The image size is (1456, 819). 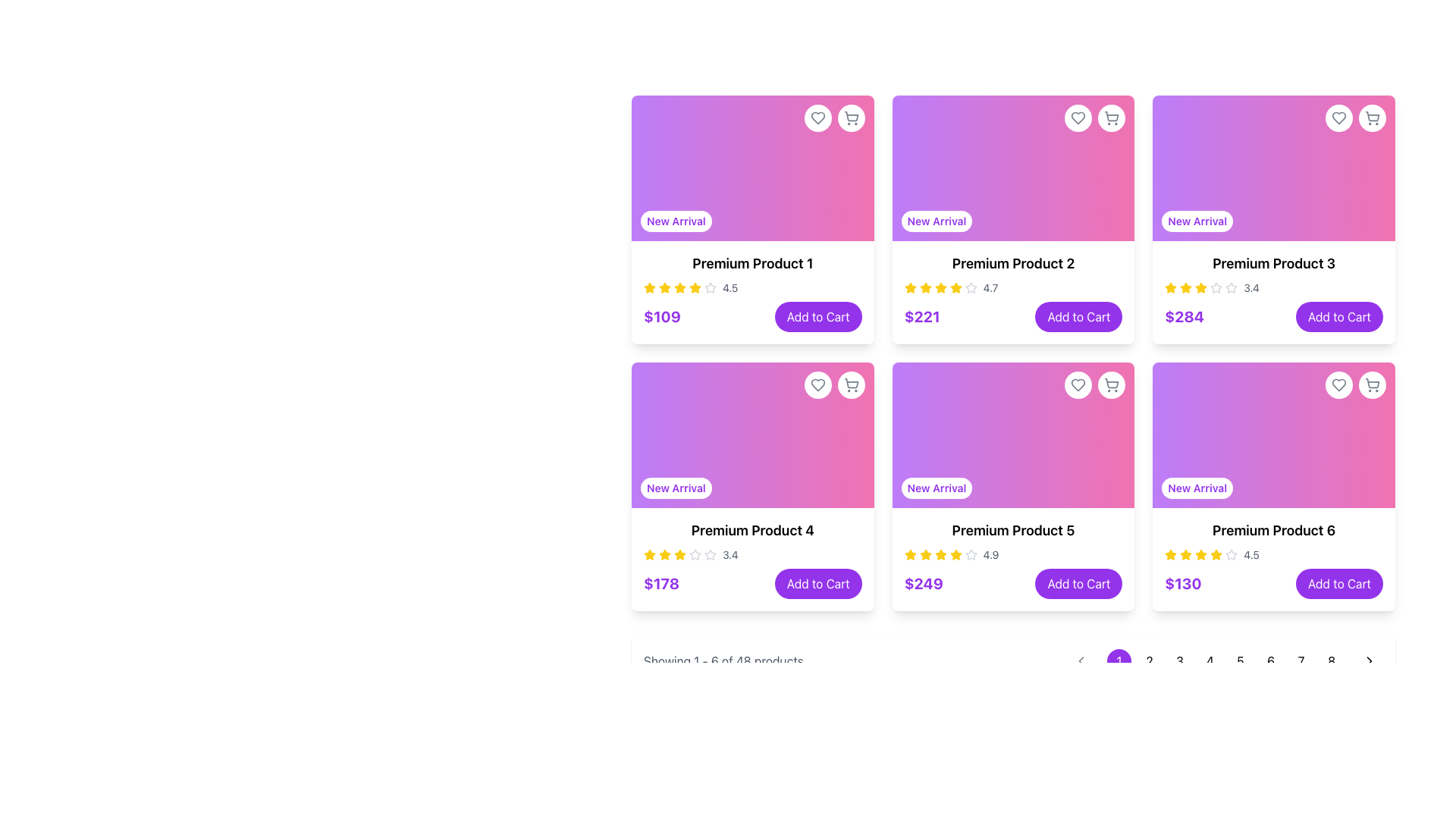 What do you see at coordinates (1216, 554) in the screenshot?
I see `the first yellow star icon in the graphical rating system for the product card of 'Premium Product 6', located in the bottom left area above the numerical rating` at bounding box center [1216, 554].